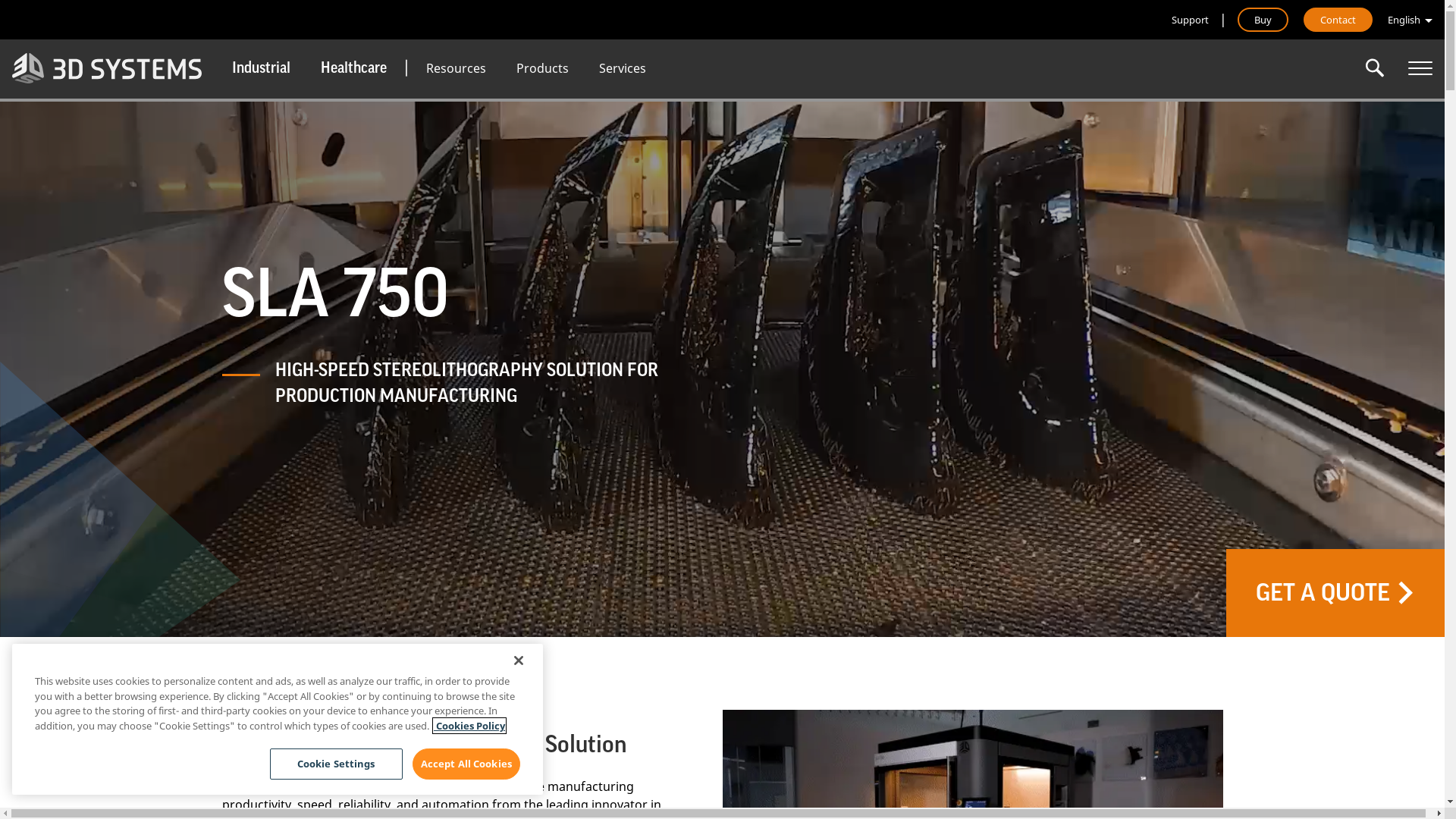  What do you see at coordinates (1409, 20) in the screenshot?
I see `'English'` at bounding box center [1409, 20].